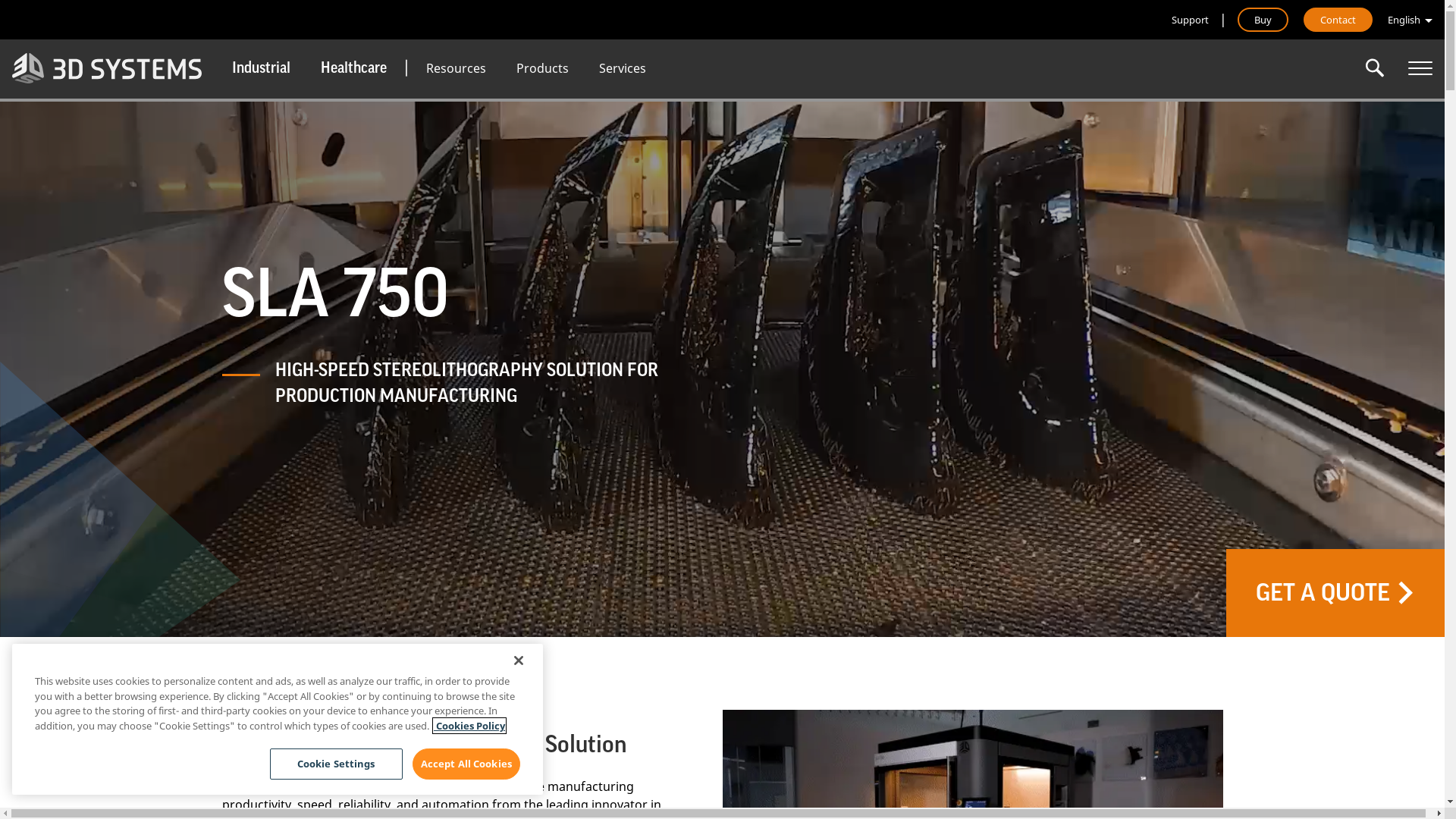  What do you see at coordinates (1409, 20) in the screenshot?
I see `'English'` at bounding box center [1409, 20].